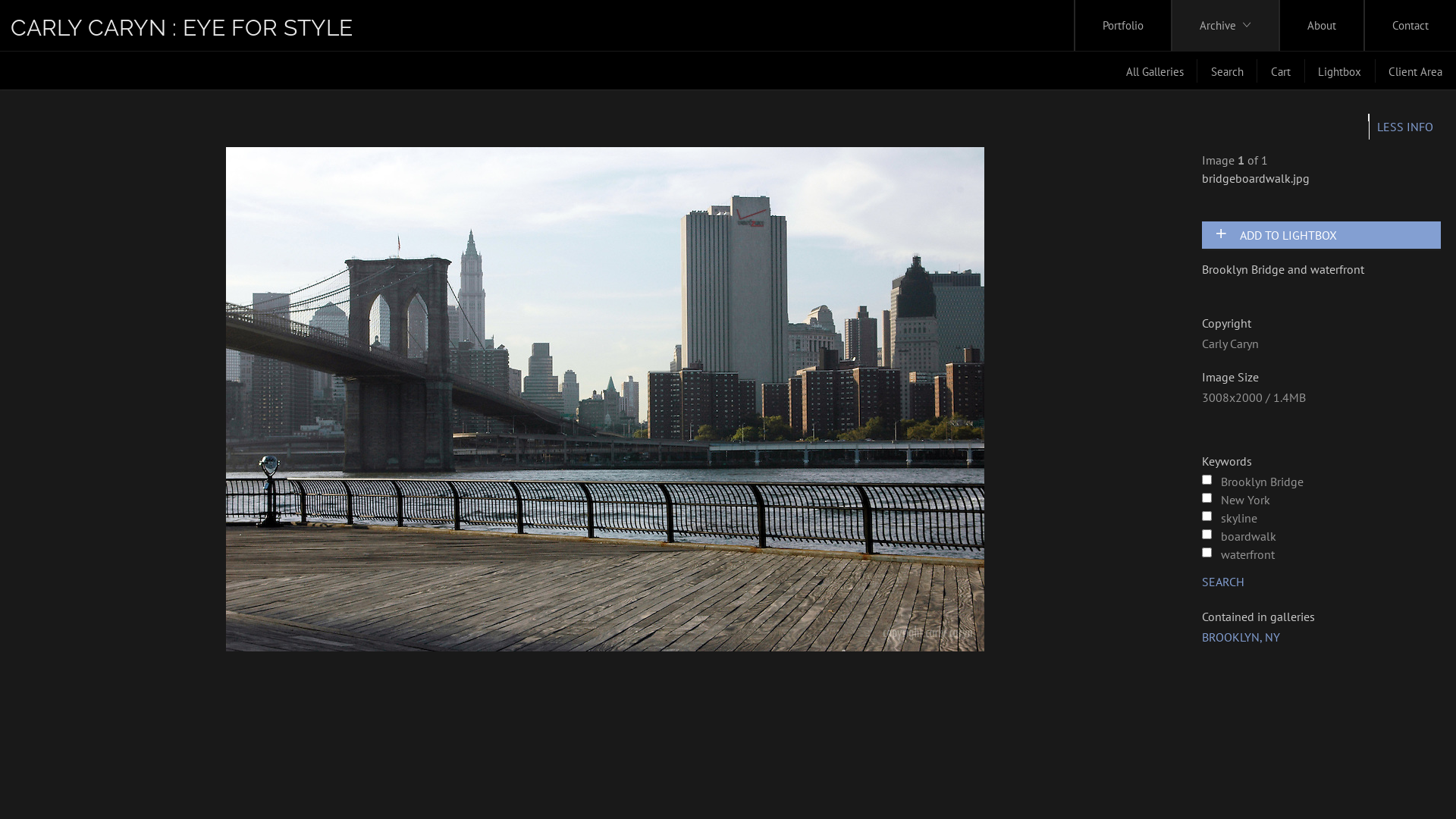  Describe the element at coordinates (1320, 25) in the screenshot. I see `'About'` at that location.